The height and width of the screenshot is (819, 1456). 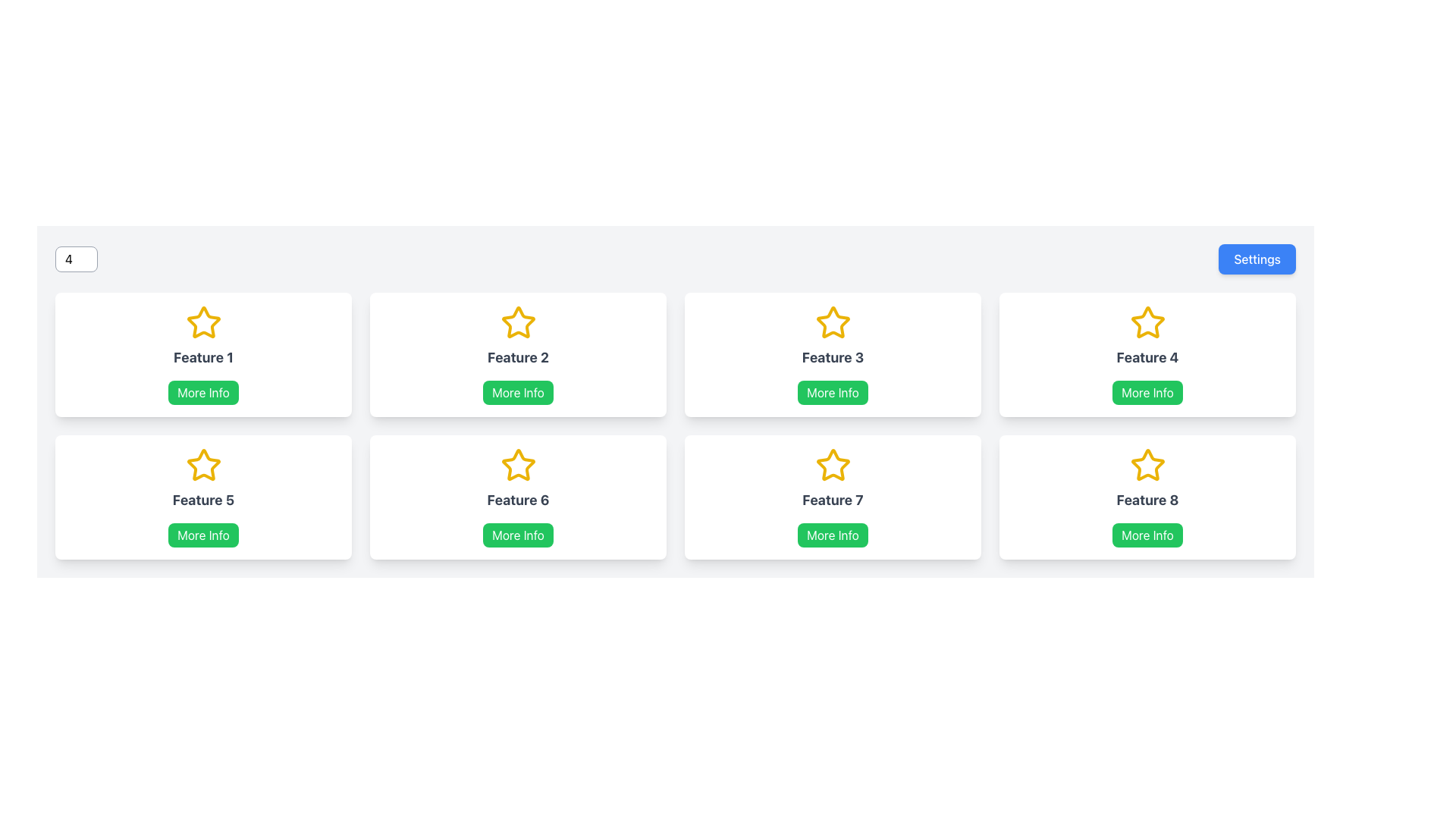 What do you see at coordinates (518, 322) in the screenshot?
I see `the star icon representing a favorite feature, located in the card labeled 'Feature 2', positioned in the top row, second from the left in the grid layout` at bounding box center [518, 322].